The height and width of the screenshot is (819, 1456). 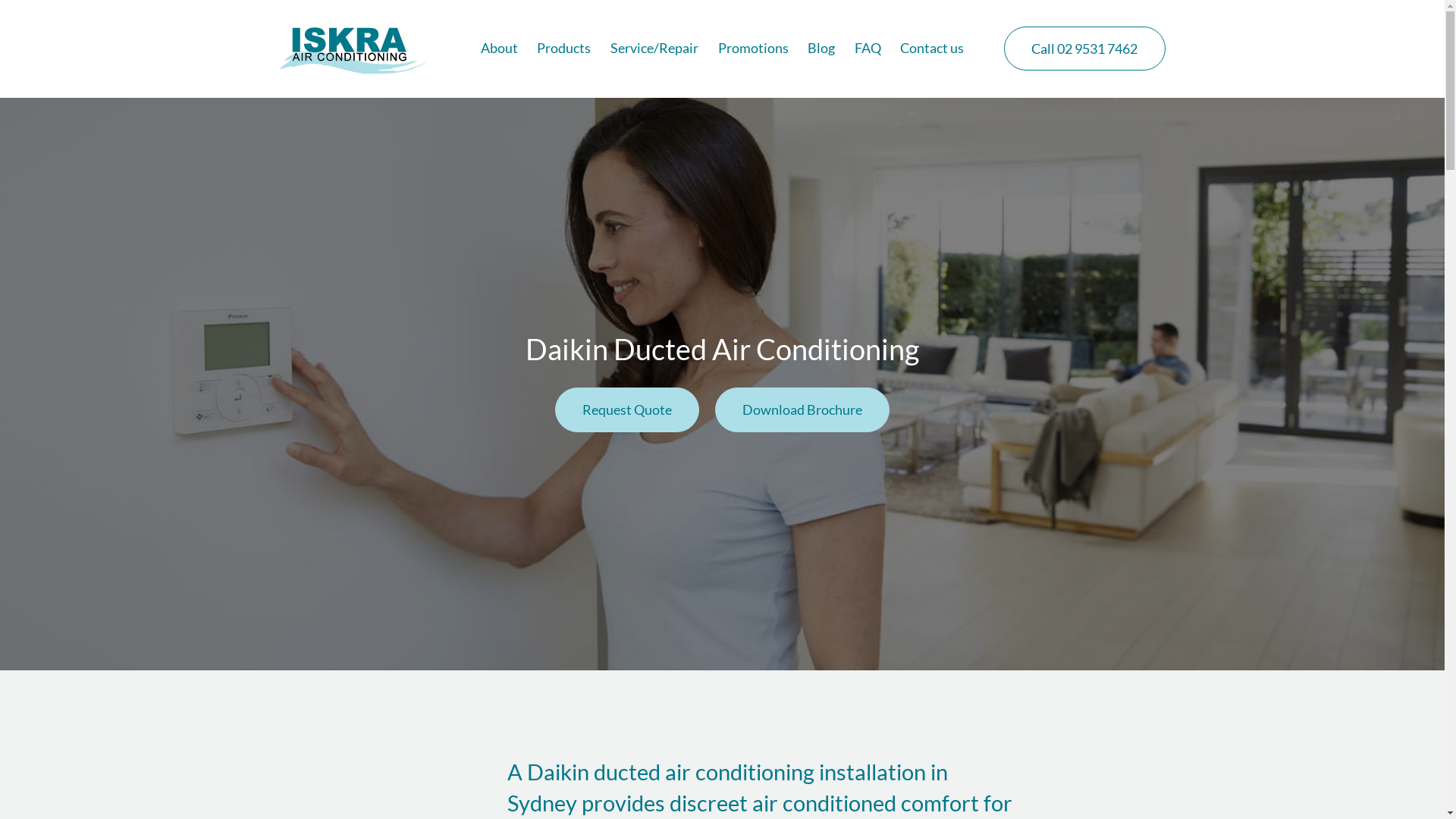 What do you see at coordinates (563, 48) in the screenshot?
I see `'Products'` at bounding box center [563, 48].